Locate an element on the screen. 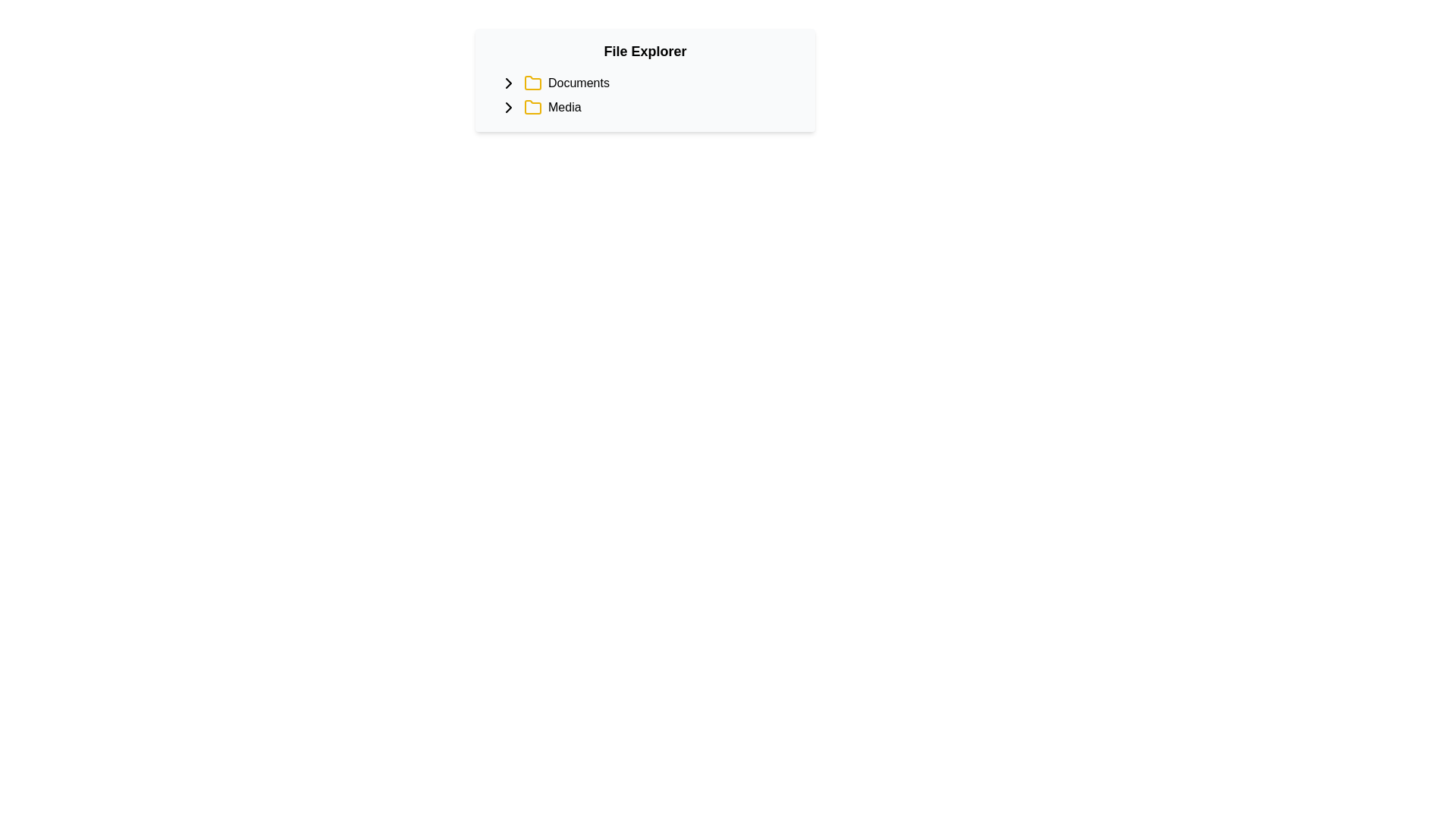 The height and width of the screenshot is (819, 1456). the text label 'Media' is located at coordinates (563, 107).